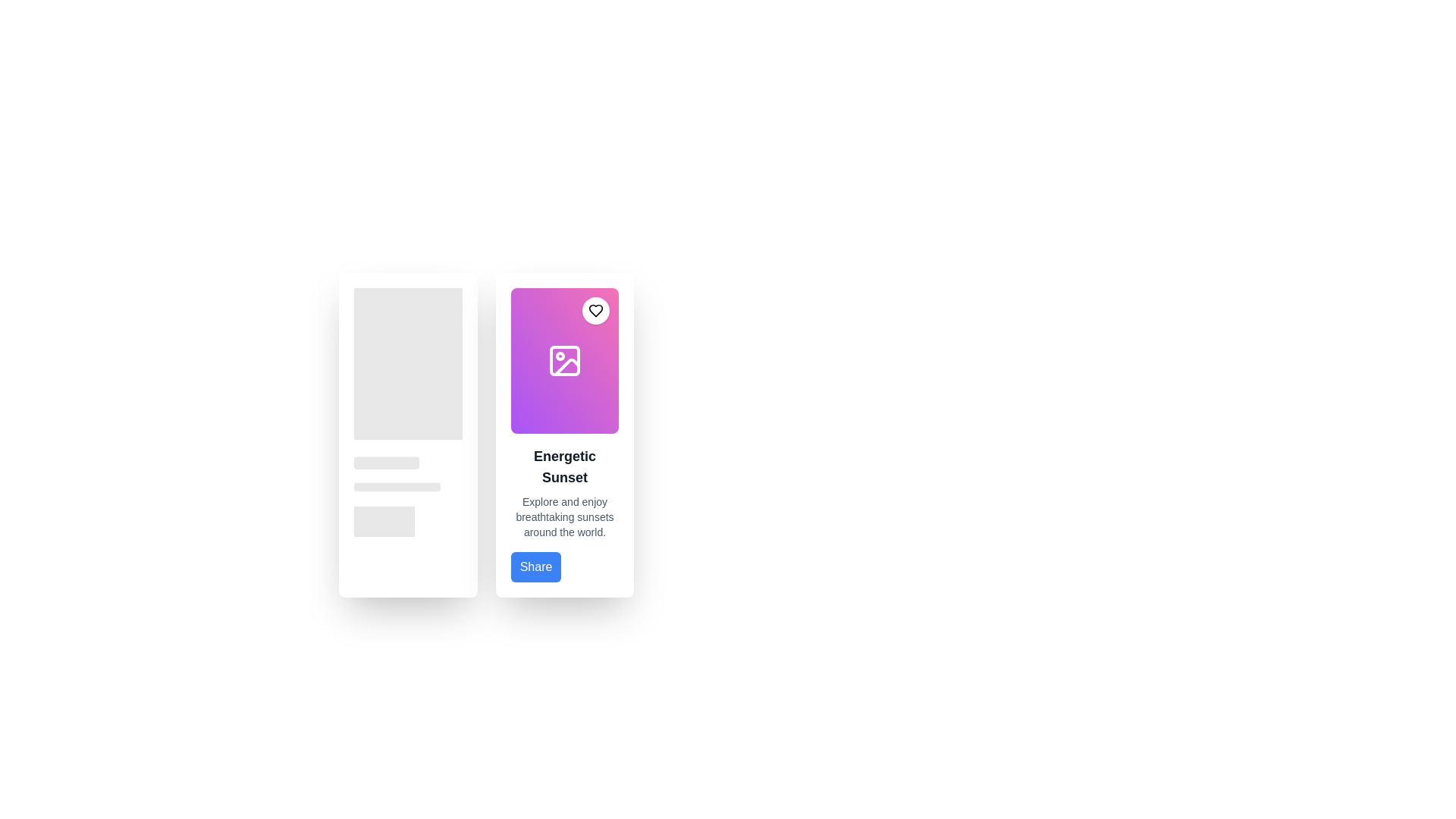 This screenshot has height=819, width=1456. Describe the element at coordinates (595, 309) in the screenshot. I see `the circular interactive button with a heart icon located in the top-right corner of the purple section of the 'Energetic Sunset' card` at that location.